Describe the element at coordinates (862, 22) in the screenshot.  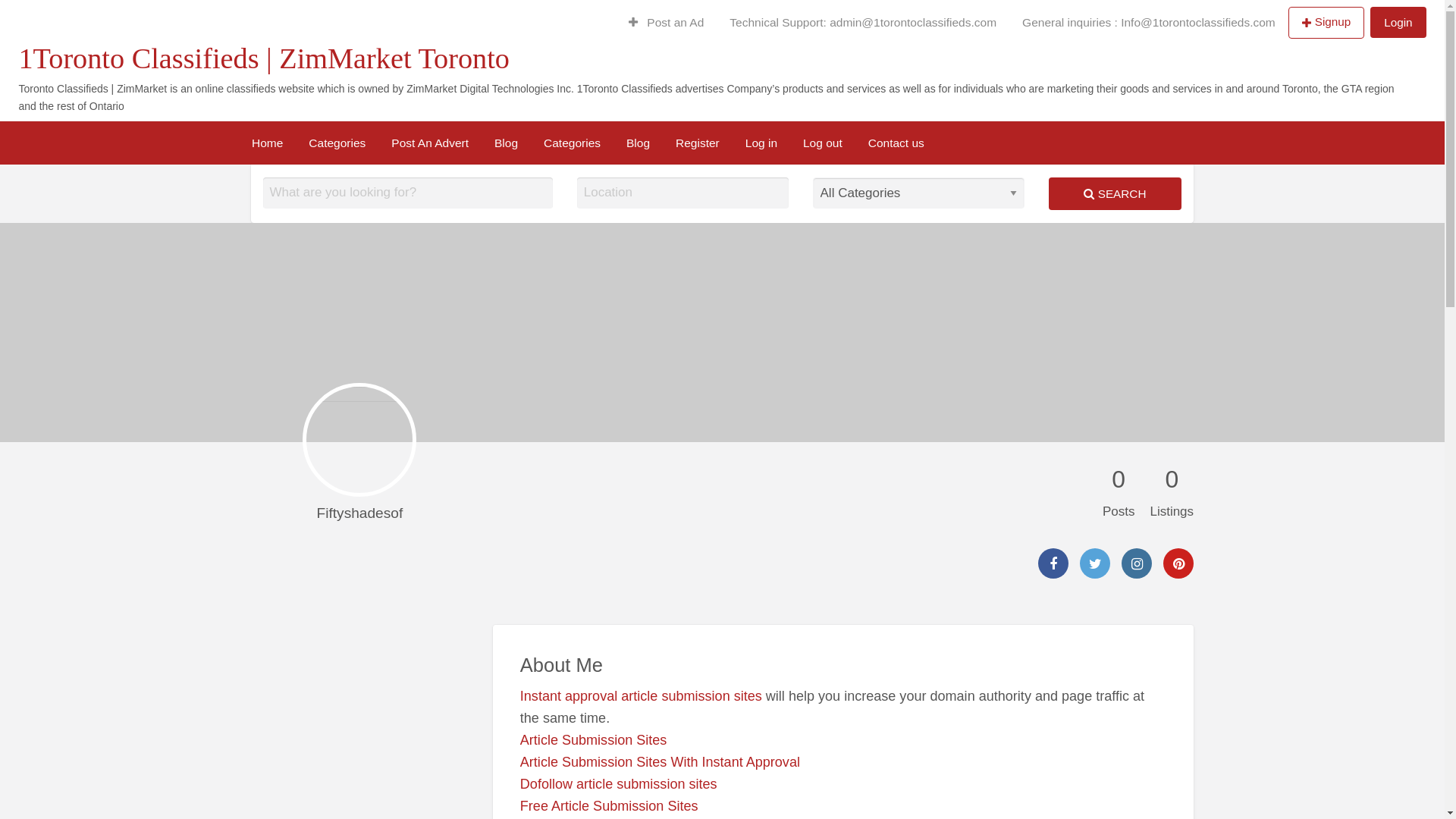
I see `'Technical Support: admin@1torontoclassifieds.com'` at that location.